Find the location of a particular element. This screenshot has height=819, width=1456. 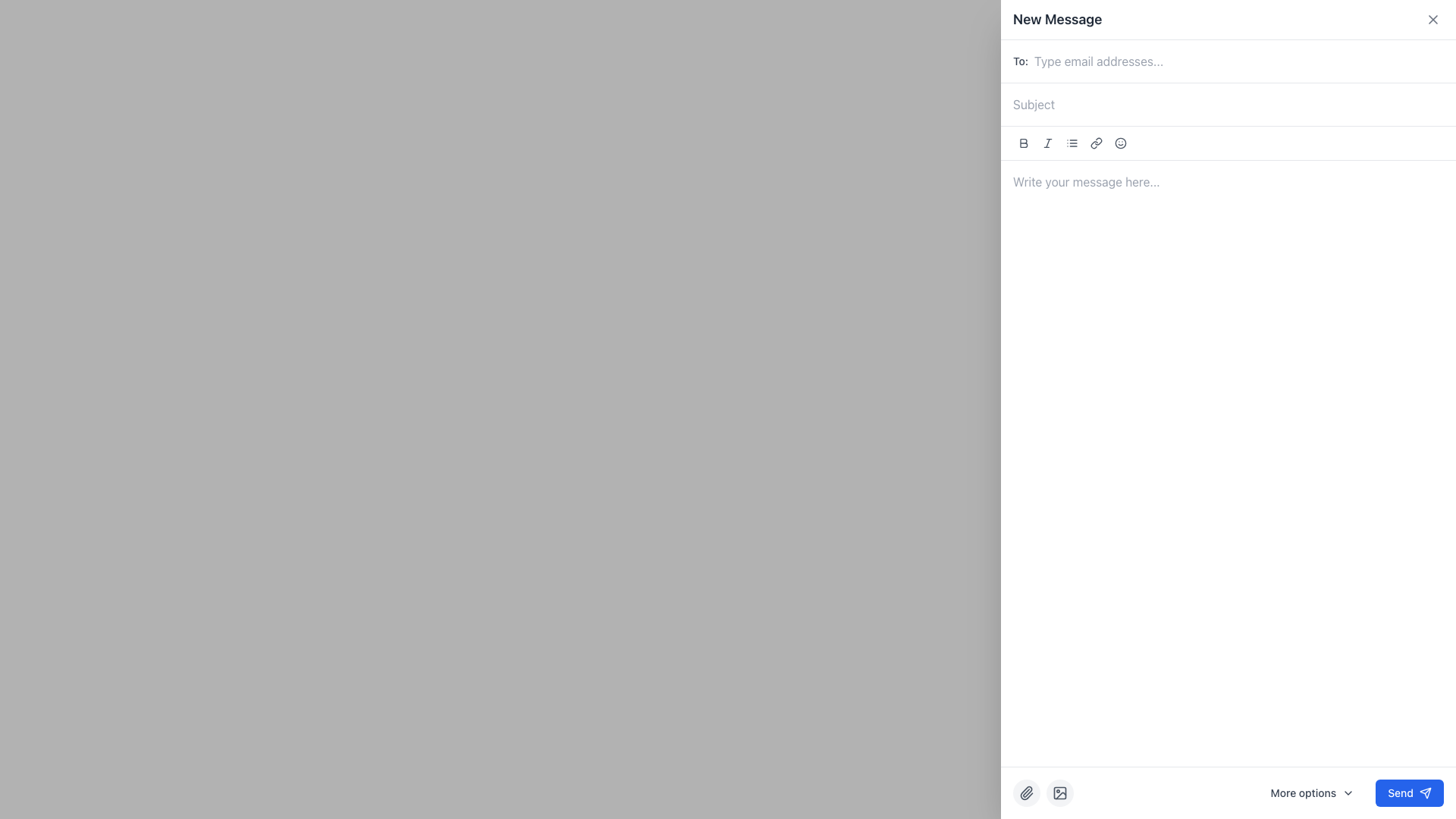

the Decorative SVG circle component located within the upper section of the smiley face icon is located at coordinates (1121, 143).